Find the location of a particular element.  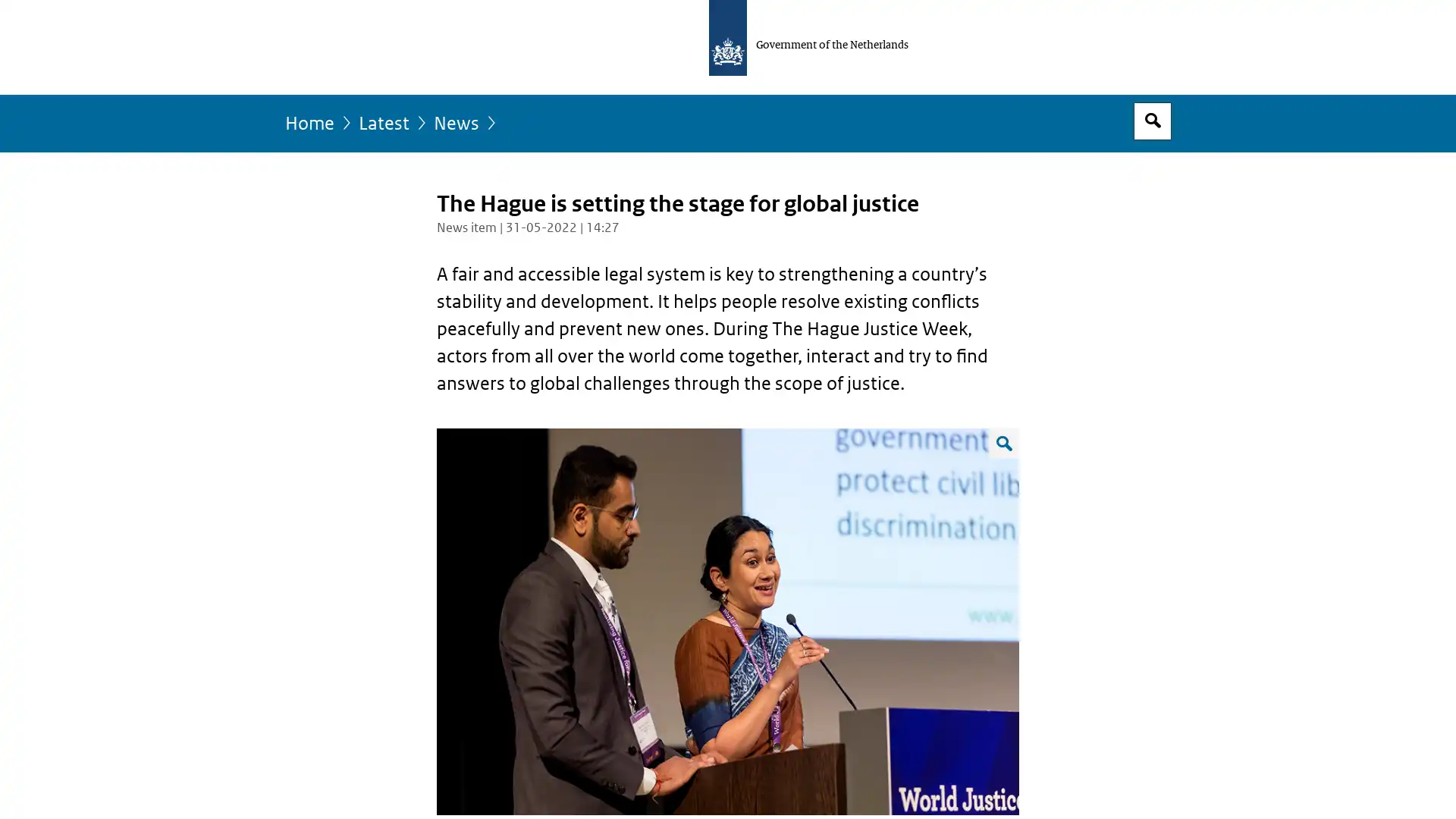

Open search box is located at coordinates (1153, 120).